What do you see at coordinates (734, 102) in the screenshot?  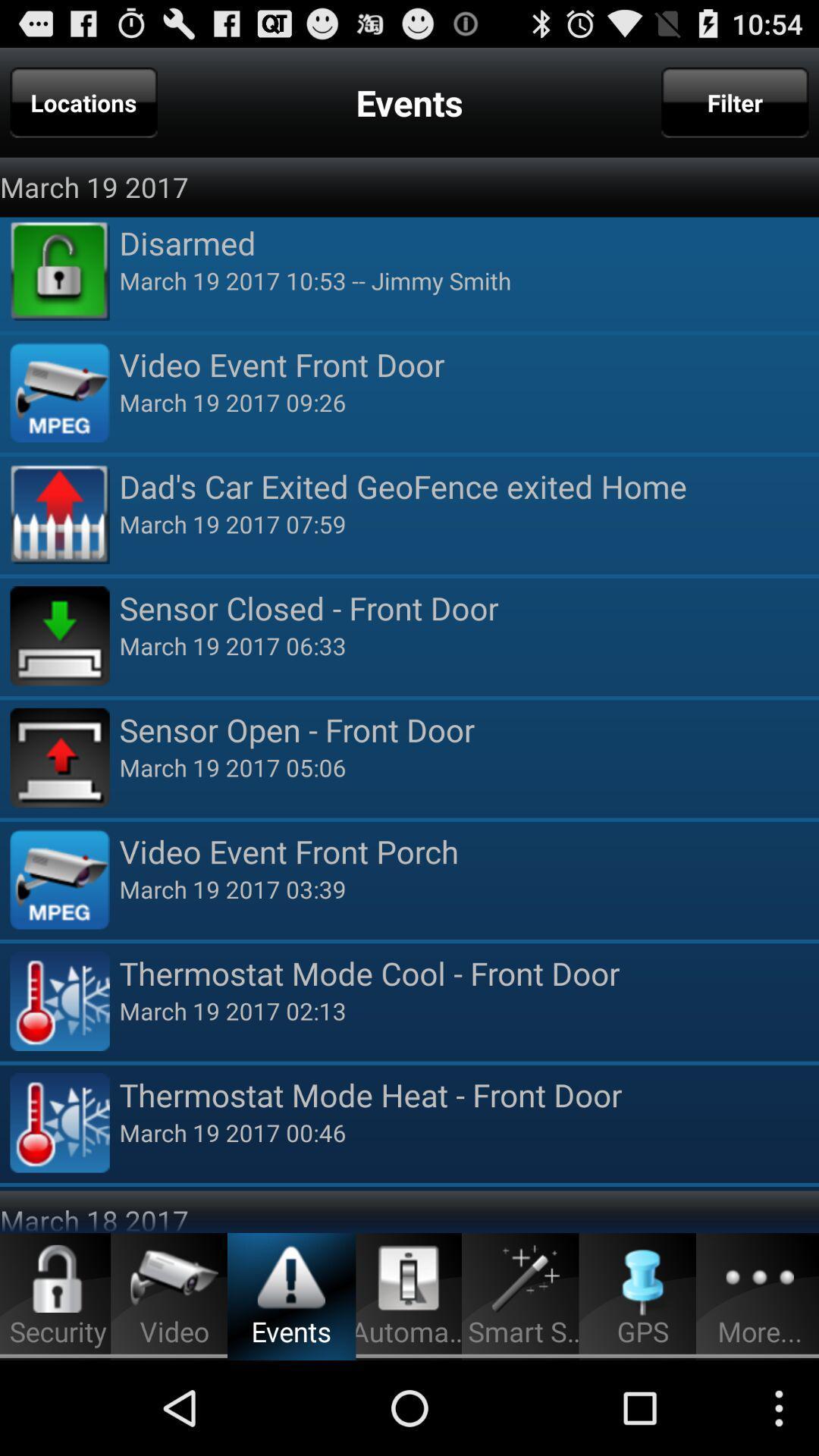 I see `the item at the top right corner` at bounding box center [734, 102].